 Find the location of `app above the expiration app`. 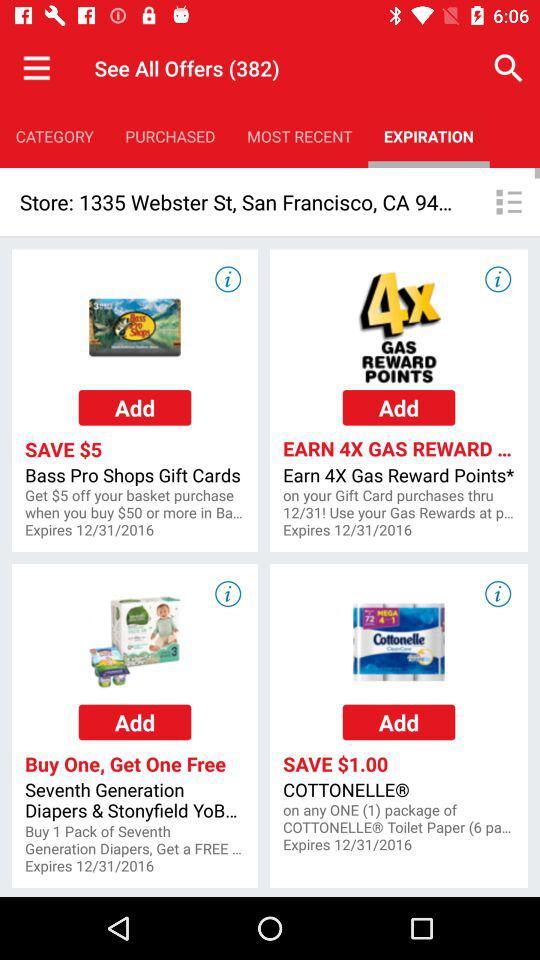

app above the expiration app is located at coordinates (508, 68).